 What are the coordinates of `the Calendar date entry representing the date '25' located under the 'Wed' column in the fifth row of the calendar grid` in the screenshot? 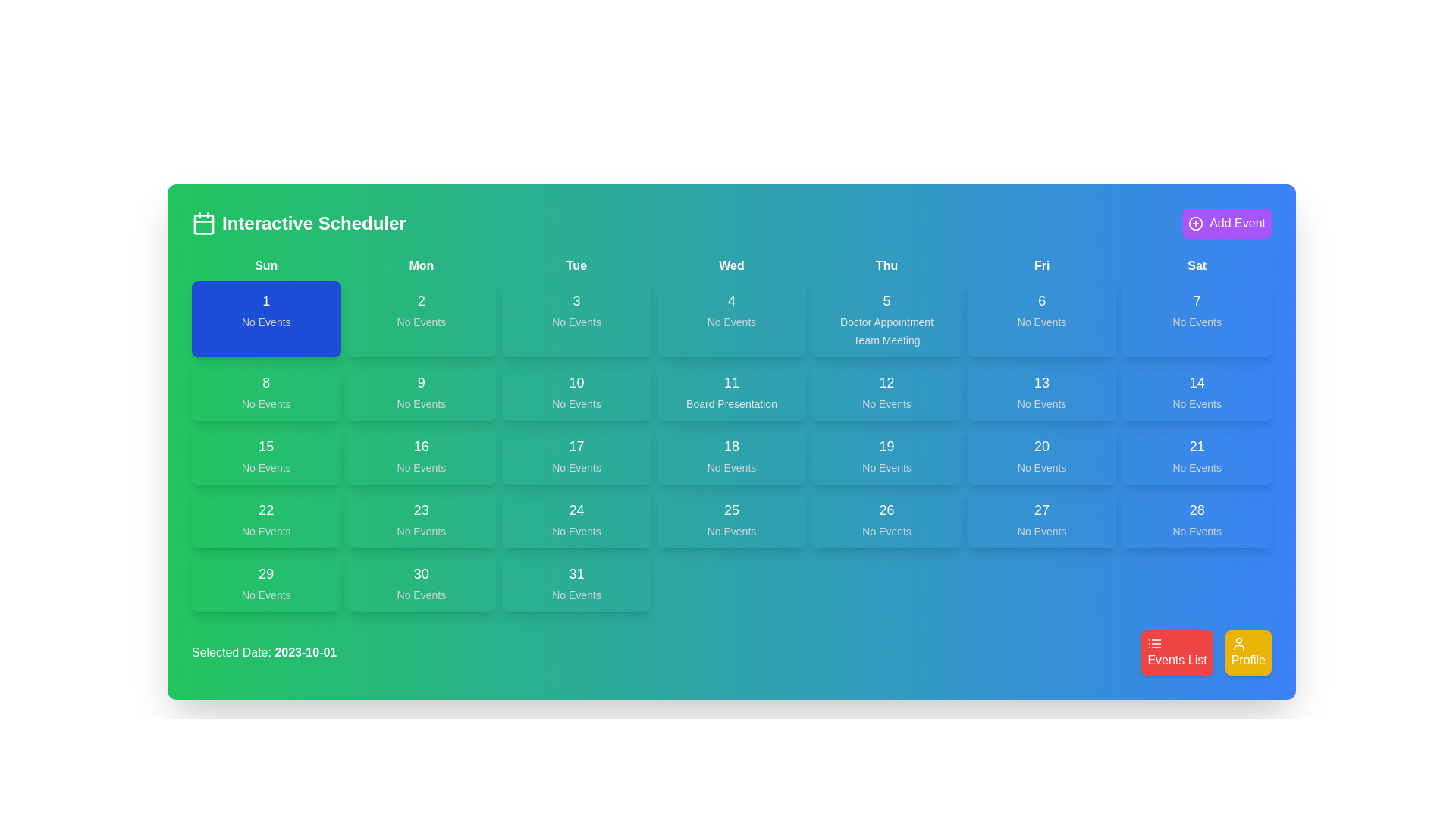 It's located at (731, 519).